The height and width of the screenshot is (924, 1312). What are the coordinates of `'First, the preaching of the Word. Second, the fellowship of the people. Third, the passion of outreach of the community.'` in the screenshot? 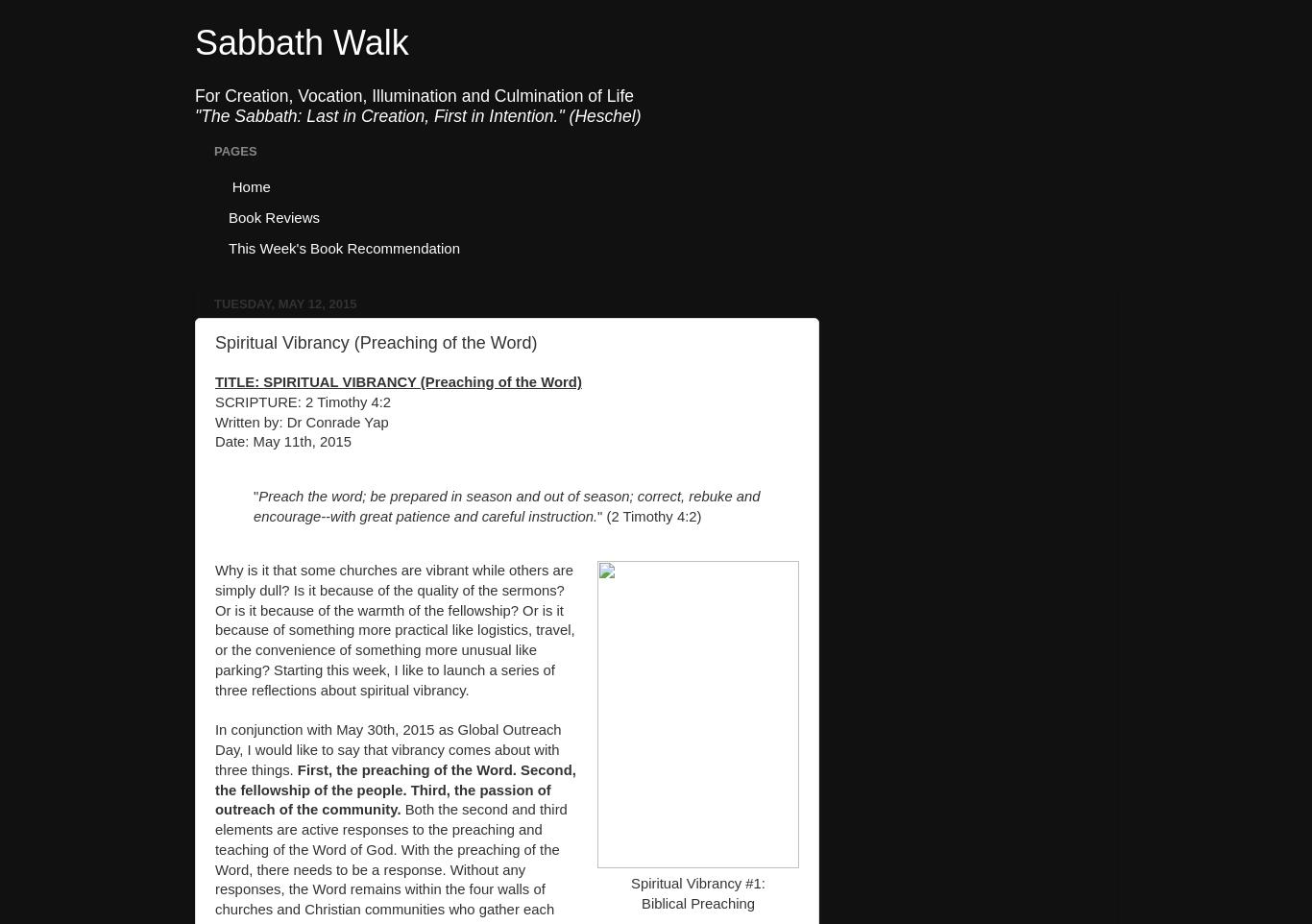 It's located at (214, 790).